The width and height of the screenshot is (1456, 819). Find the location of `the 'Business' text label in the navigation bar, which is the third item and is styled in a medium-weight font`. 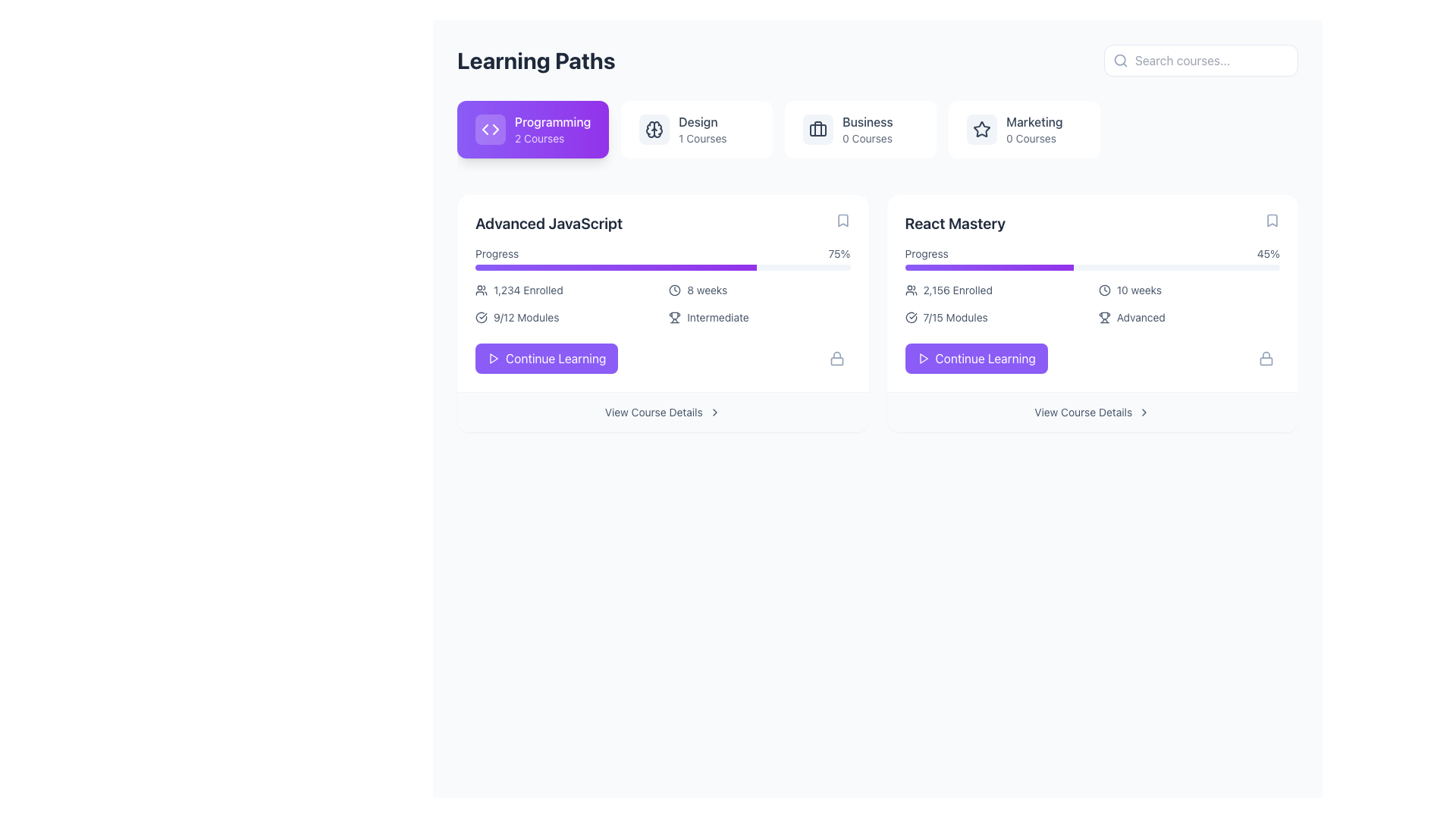

the 'Business' text label in the navigation bar, which is the third item and is styled in a medium-weight font is located at coordinates (868, 121).